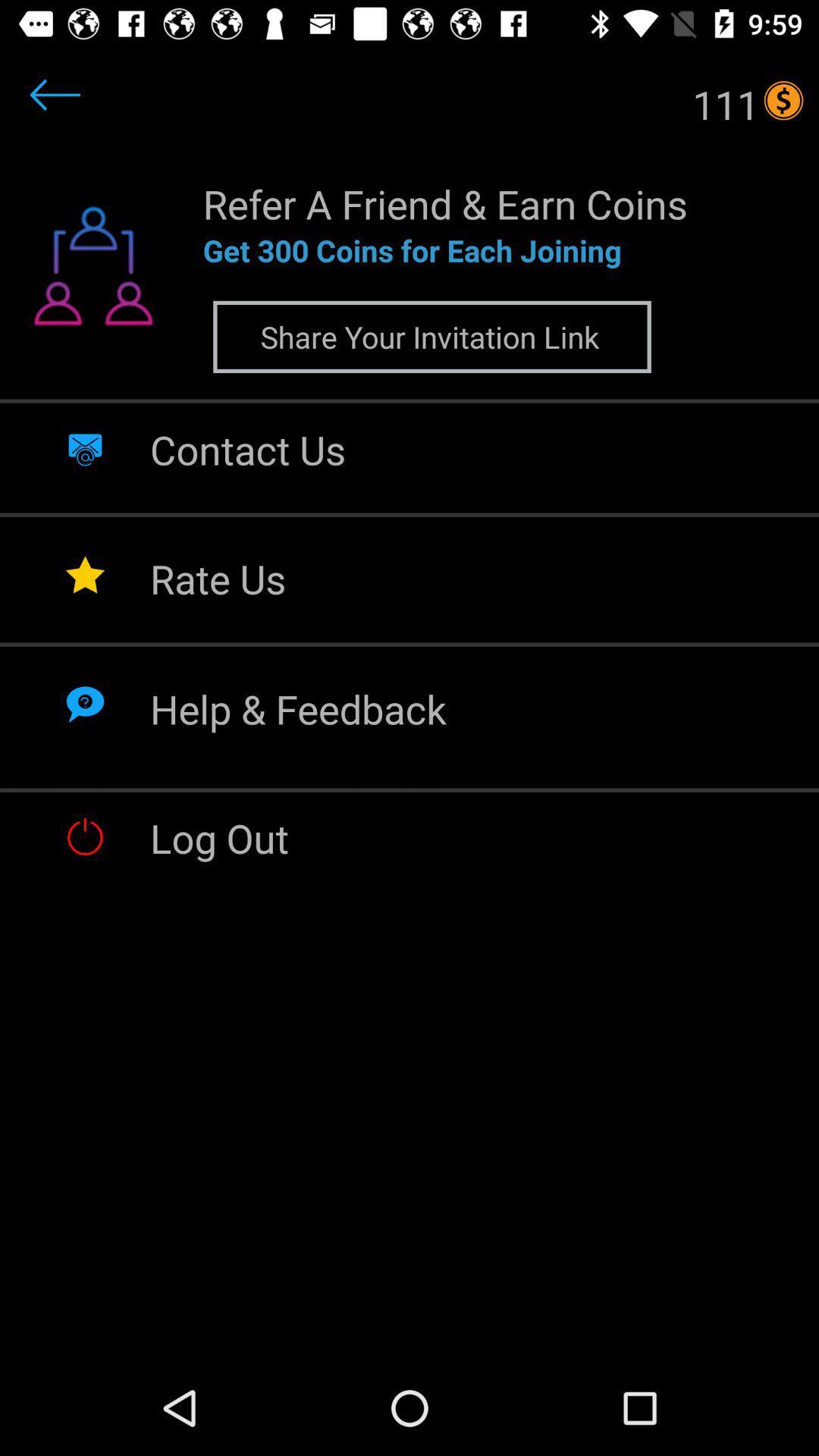 Image resolution: width=819 pixels, height=1456 pixels. Describe the element at coordinates (93, 275) in the screenshot. I see `image left to refer a friend  earn coins` at that location.